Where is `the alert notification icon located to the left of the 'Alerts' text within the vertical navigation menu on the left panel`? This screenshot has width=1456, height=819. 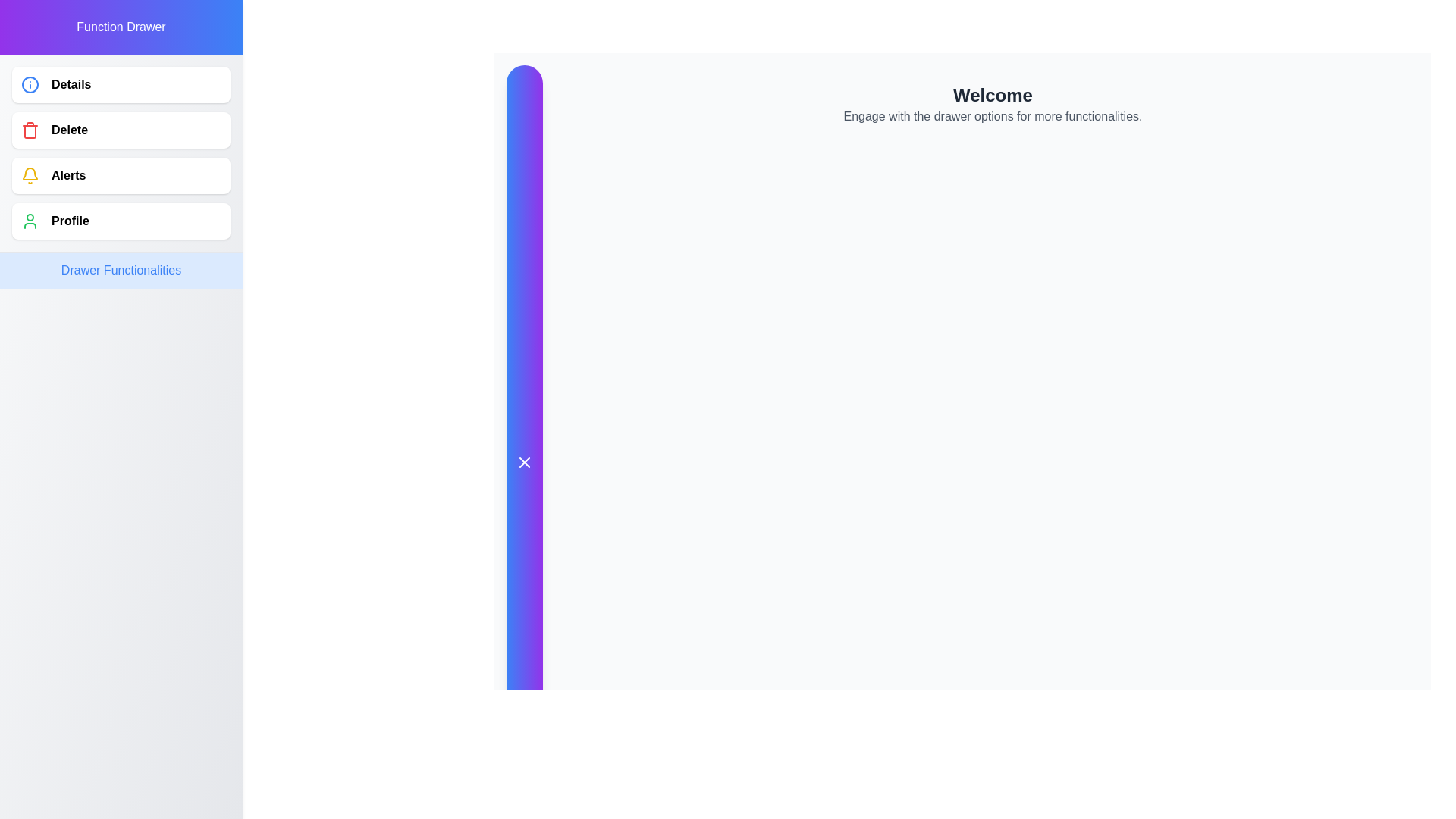
the alert notification icon located to the left of the 'Alerts' text within the vertical navigation menu on the left panel is located at coordinates (30, 174).